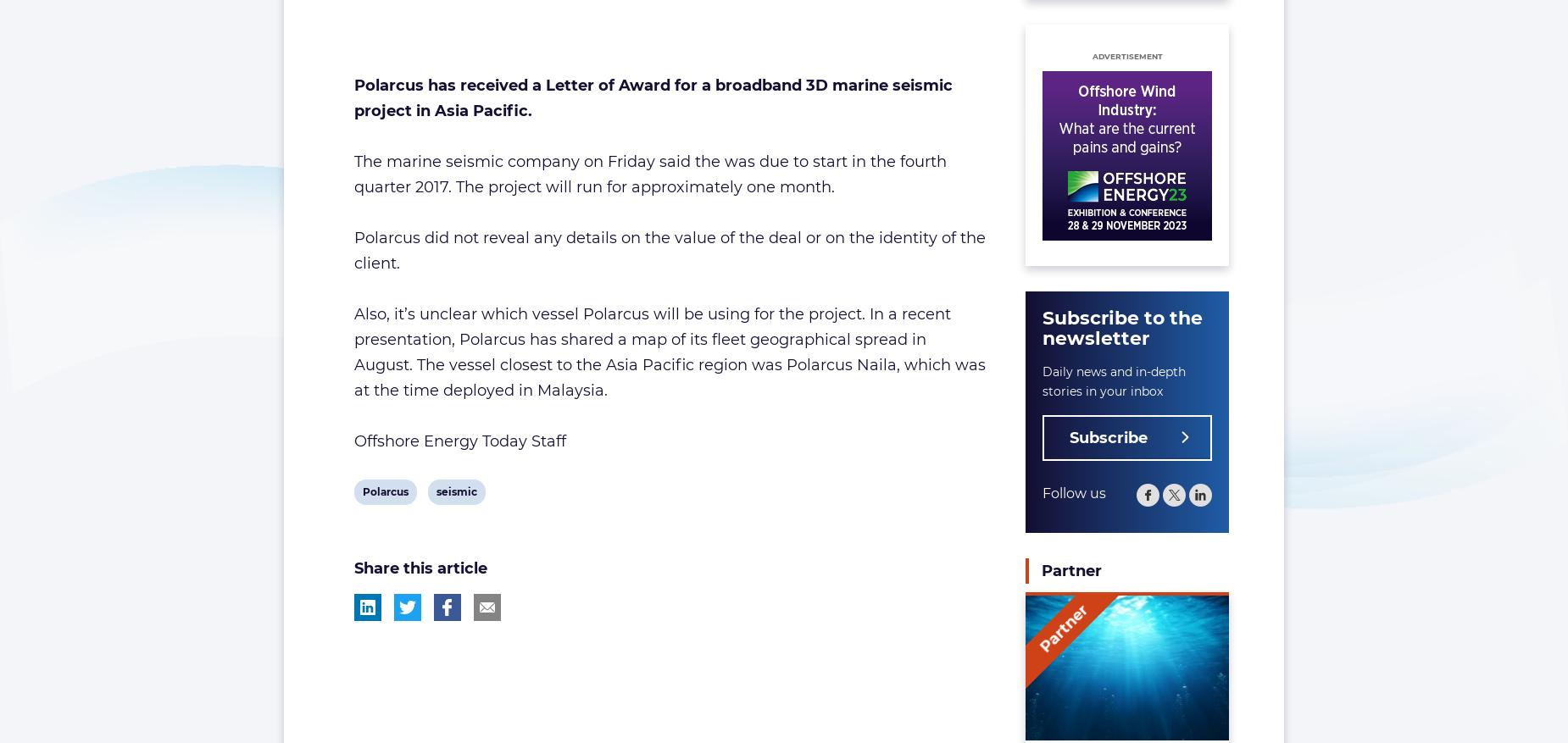  What do you see at coordinates (1107, 436) in the screenshot?
I see `'Subscribe'` at bounding box center [1107, 436].